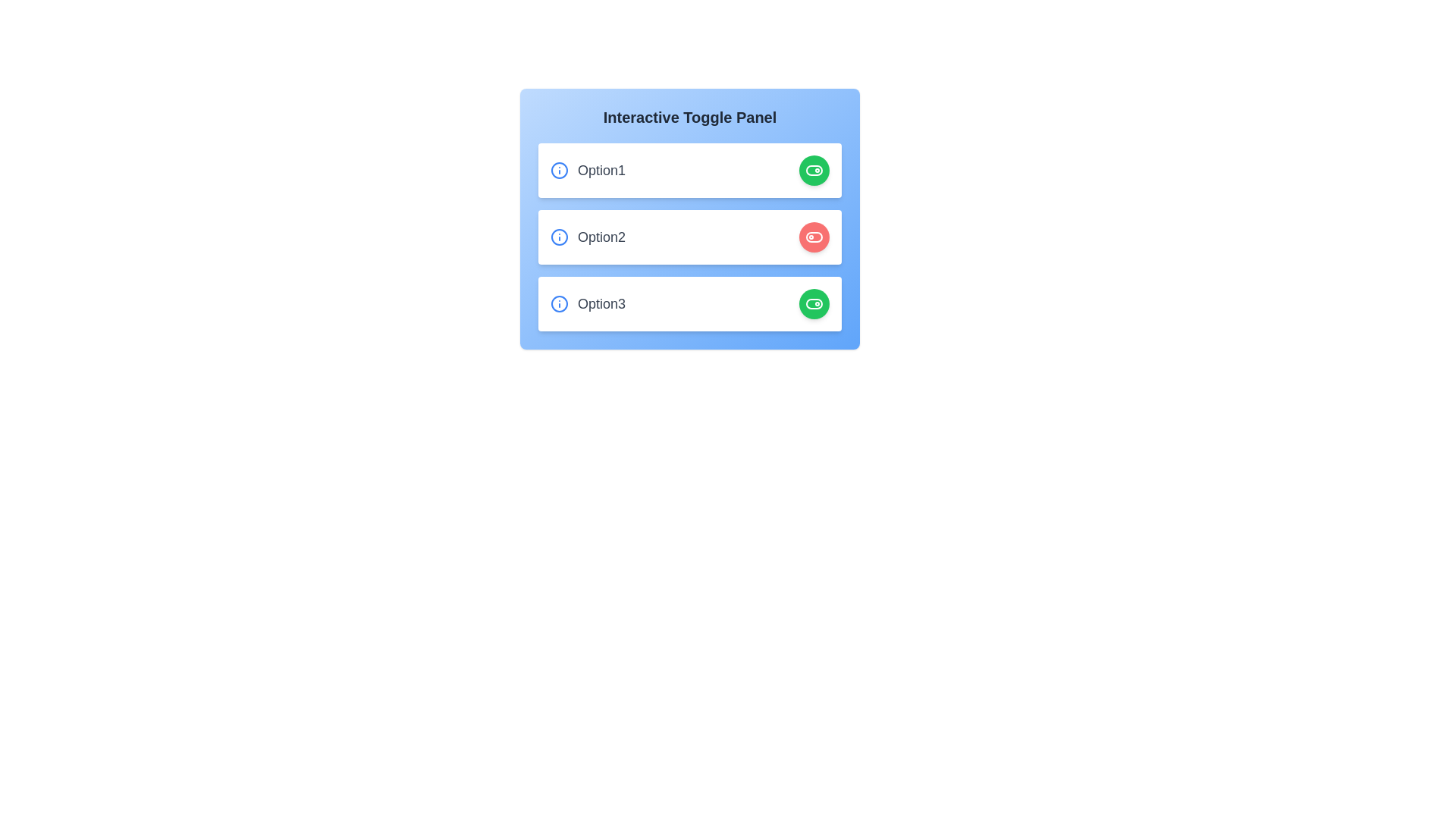 This screenshot has width=1456, height=819. What do you see at coordinates (559, 170) in the screenshot?
I see `the information icon next to option1 to inspect it` at bounding box center [559, 170].